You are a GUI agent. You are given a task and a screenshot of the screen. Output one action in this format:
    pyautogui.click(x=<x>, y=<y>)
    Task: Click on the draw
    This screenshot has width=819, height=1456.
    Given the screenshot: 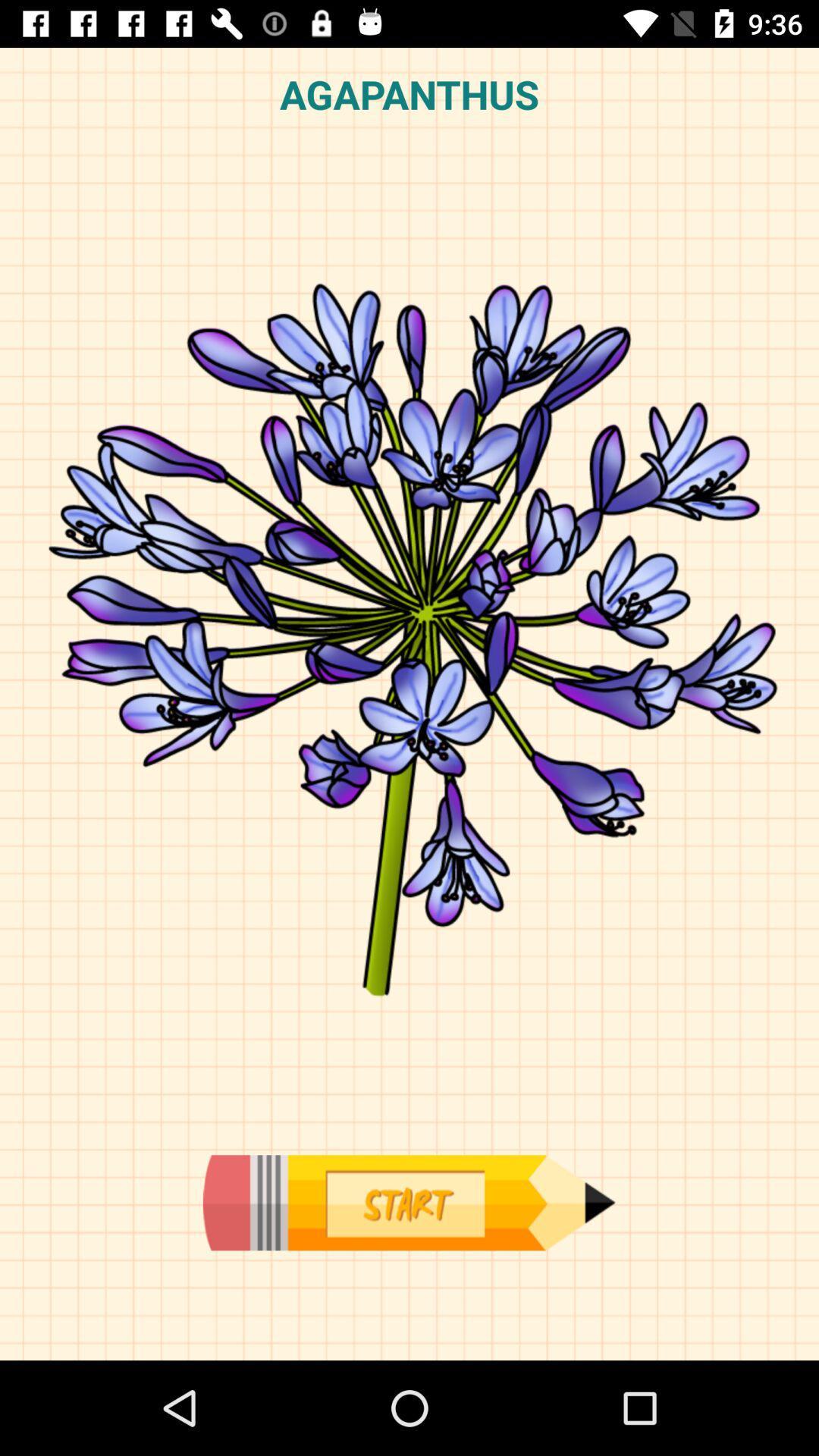 What is the action you would take?
    pyautogui.click(x=408, y=1202)
    